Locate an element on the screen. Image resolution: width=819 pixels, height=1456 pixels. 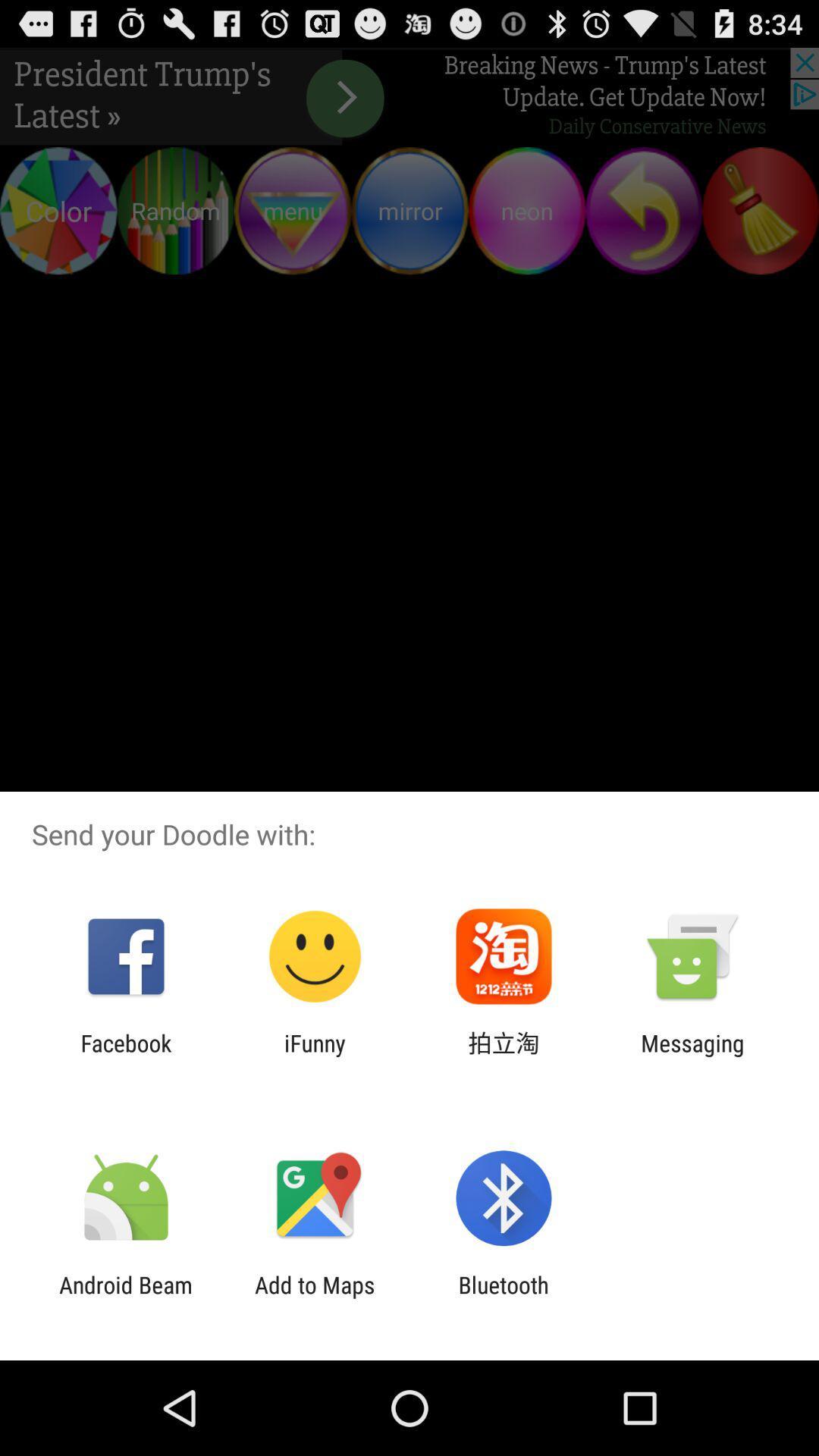
icon to the right of android beam is located at coordinates (314, 1298).